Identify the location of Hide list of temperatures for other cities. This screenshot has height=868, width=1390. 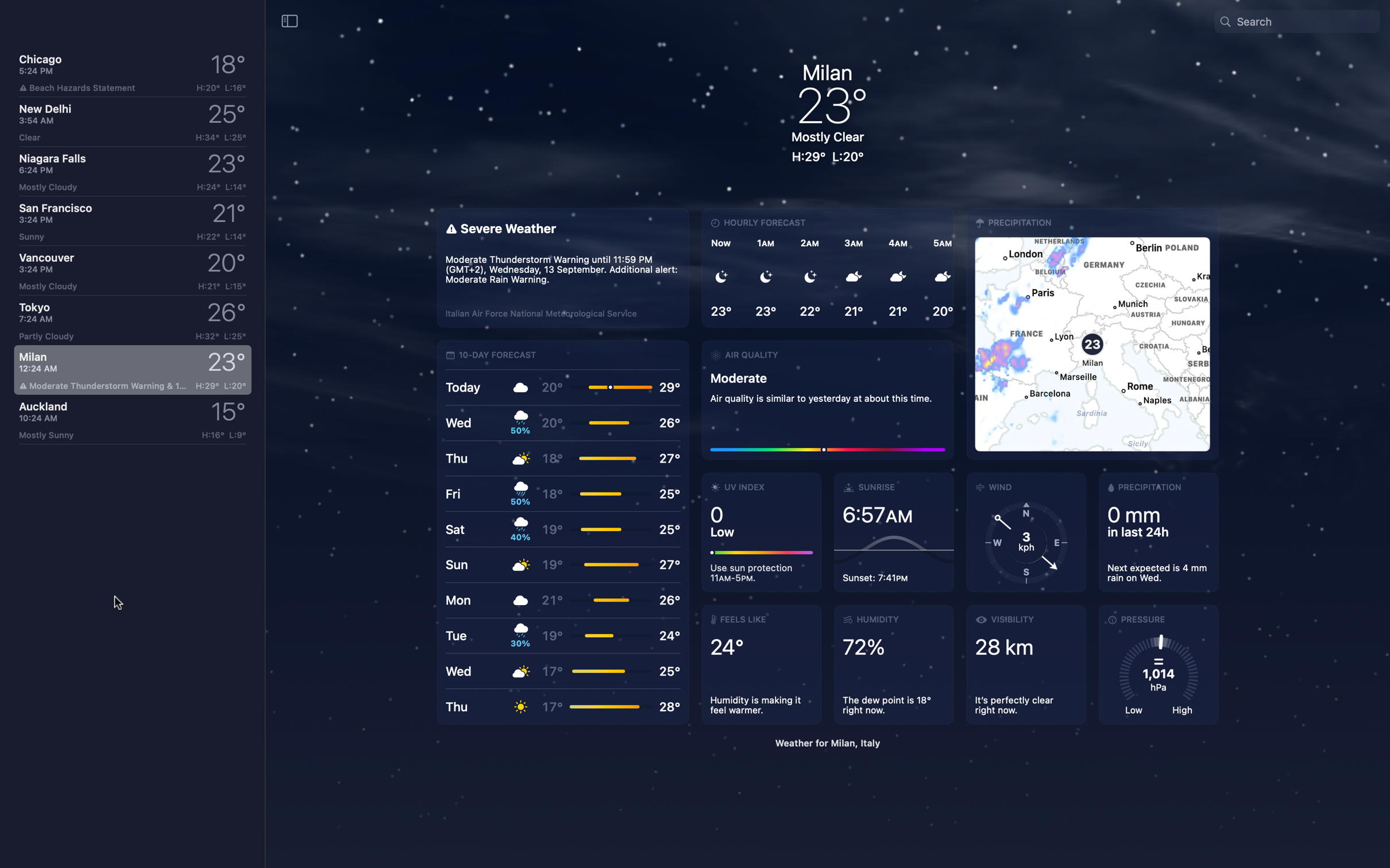
(289, 20).